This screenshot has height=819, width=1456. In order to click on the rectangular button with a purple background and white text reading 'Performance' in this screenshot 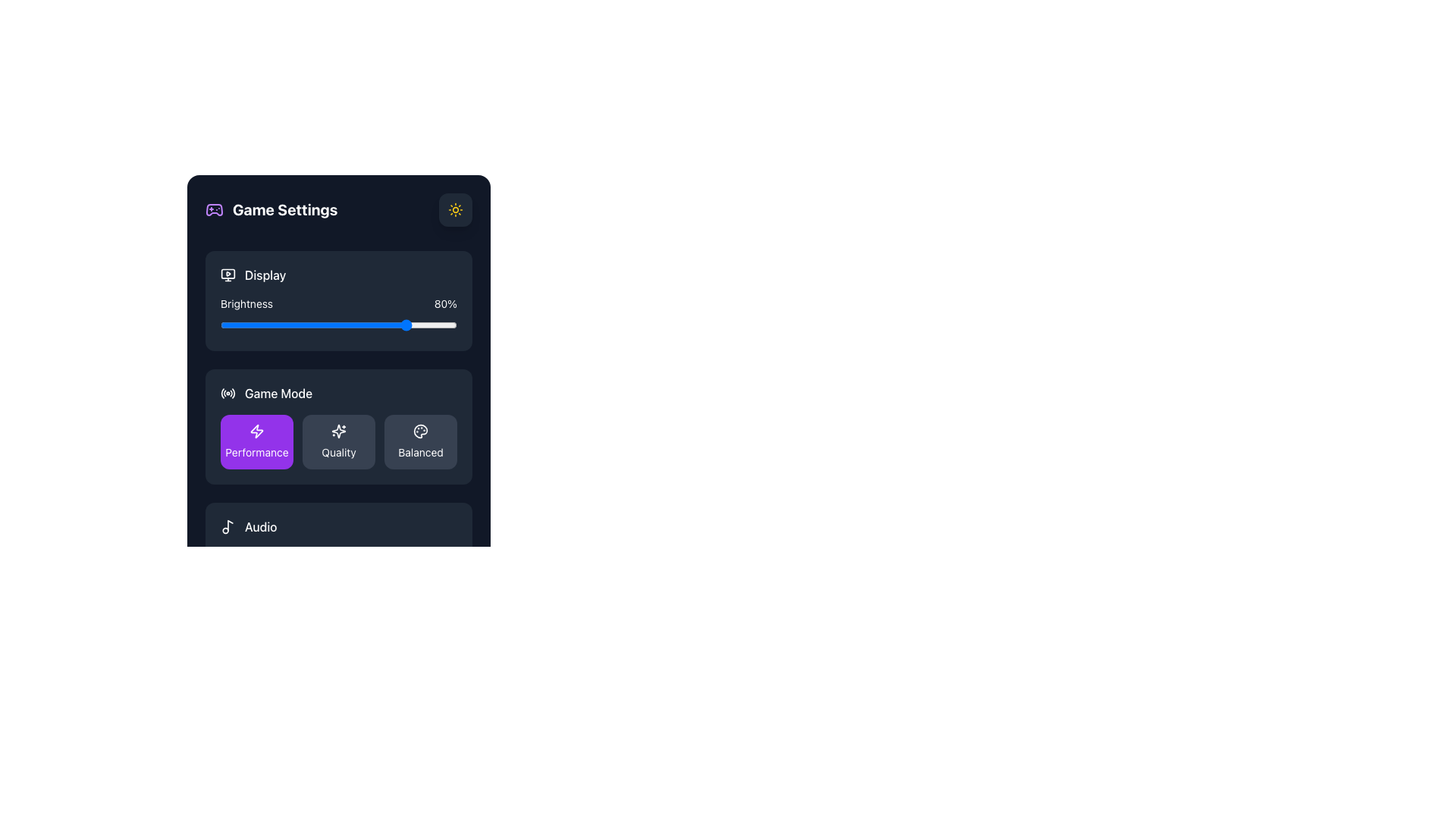, I will do `click(257, 441)`.